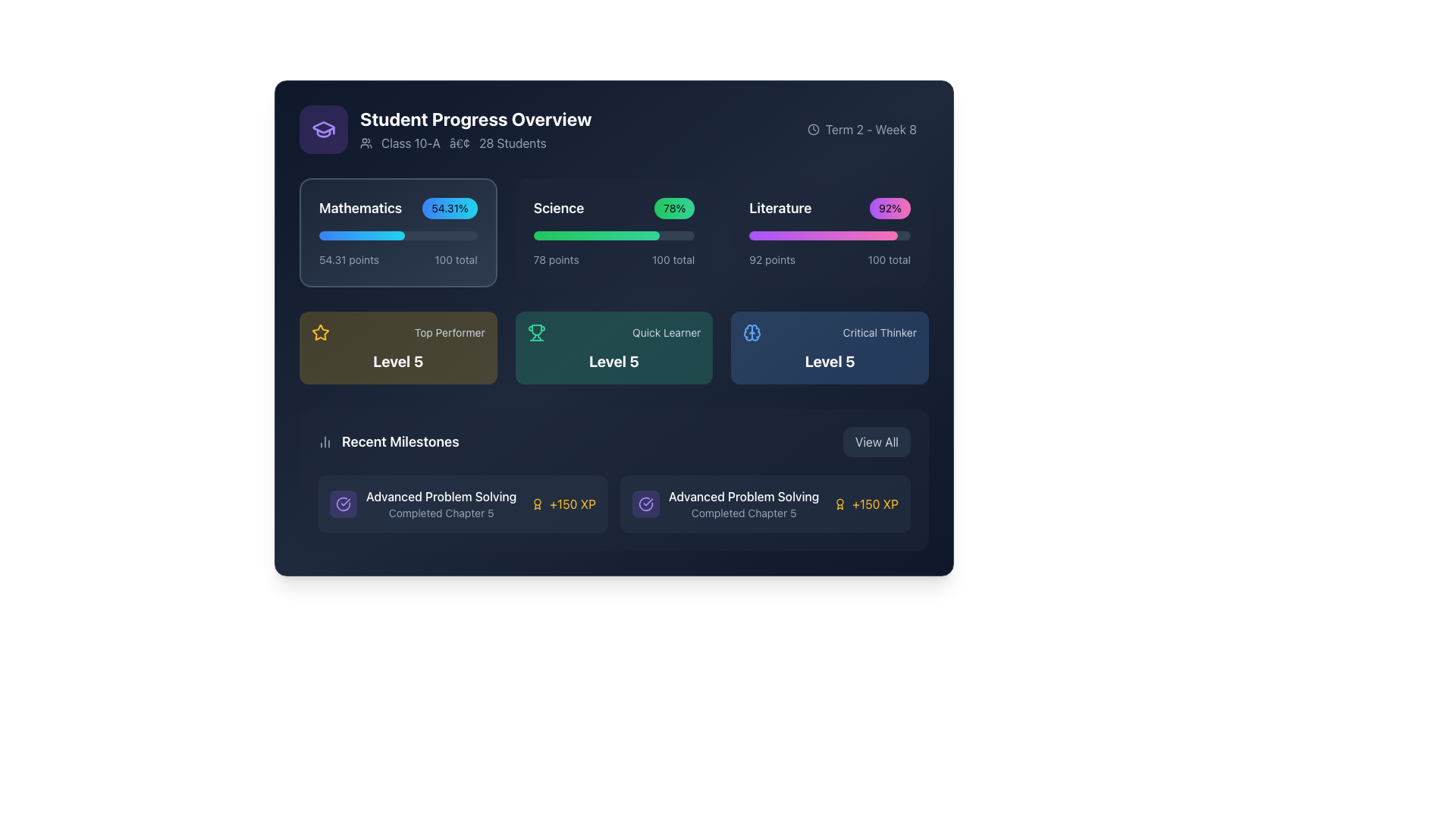 This screenshot has width=1456, height=819. Describe the element at coordinates (889, 259) in the screenshot. I see `the informational Text Label displaying the total score context for the 'Literature' progress bar, located to the right of the '92 points' label` at that location.